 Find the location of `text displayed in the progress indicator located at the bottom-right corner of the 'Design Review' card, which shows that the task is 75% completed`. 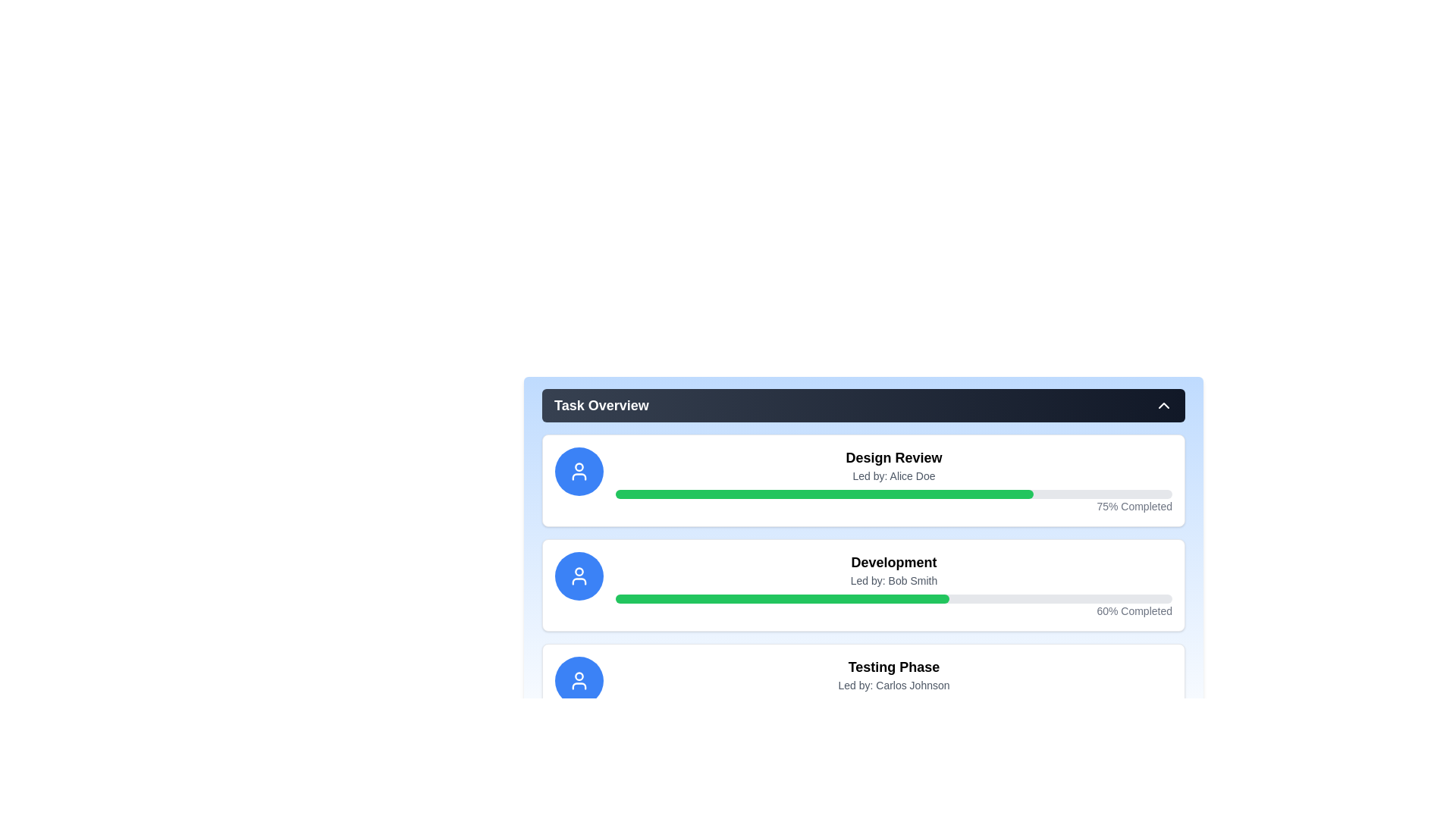

text displayed in the progress indicator located at the bottom-right corner of the 'Design Review' card, which shows that the task is 75% completed is located at coordinates (894, 506).